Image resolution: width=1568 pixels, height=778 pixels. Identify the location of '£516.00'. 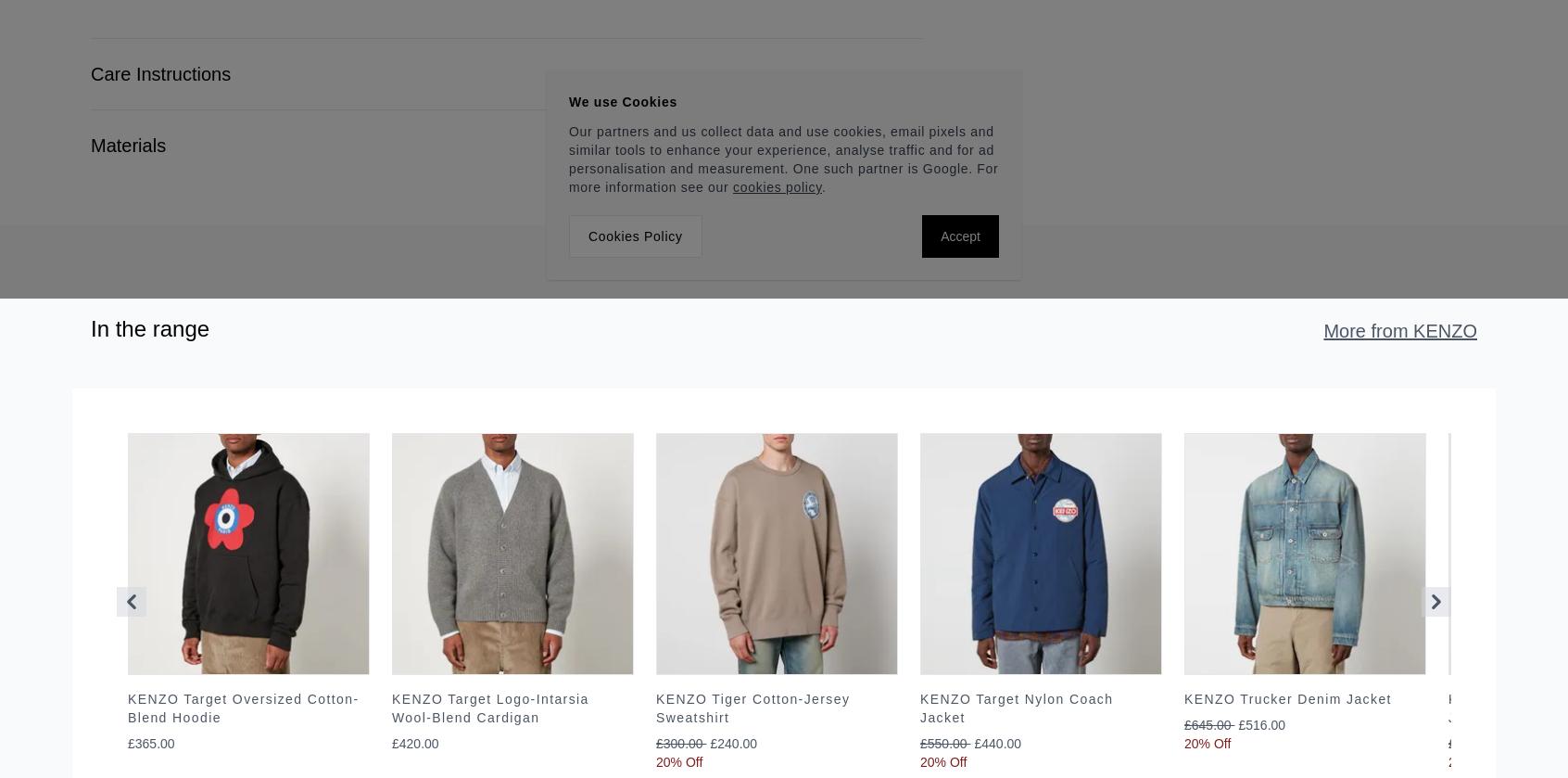
(1261, 723).